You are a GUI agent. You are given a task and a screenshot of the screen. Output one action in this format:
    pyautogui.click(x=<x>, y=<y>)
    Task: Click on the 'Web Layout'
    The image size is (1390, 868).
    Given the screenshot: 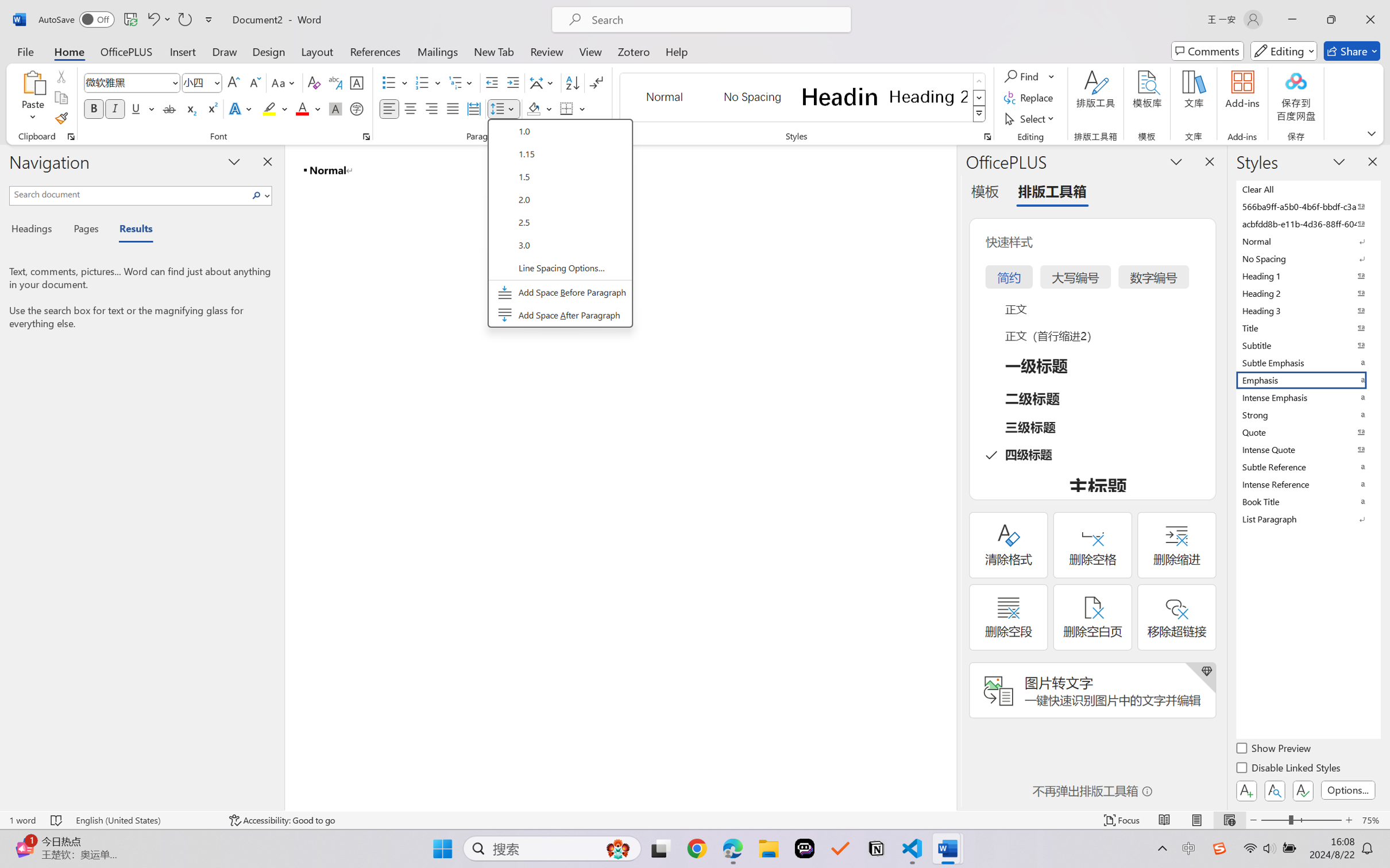 What is the action you would take?
    pyautogui.click(x=1229, y=820)
    